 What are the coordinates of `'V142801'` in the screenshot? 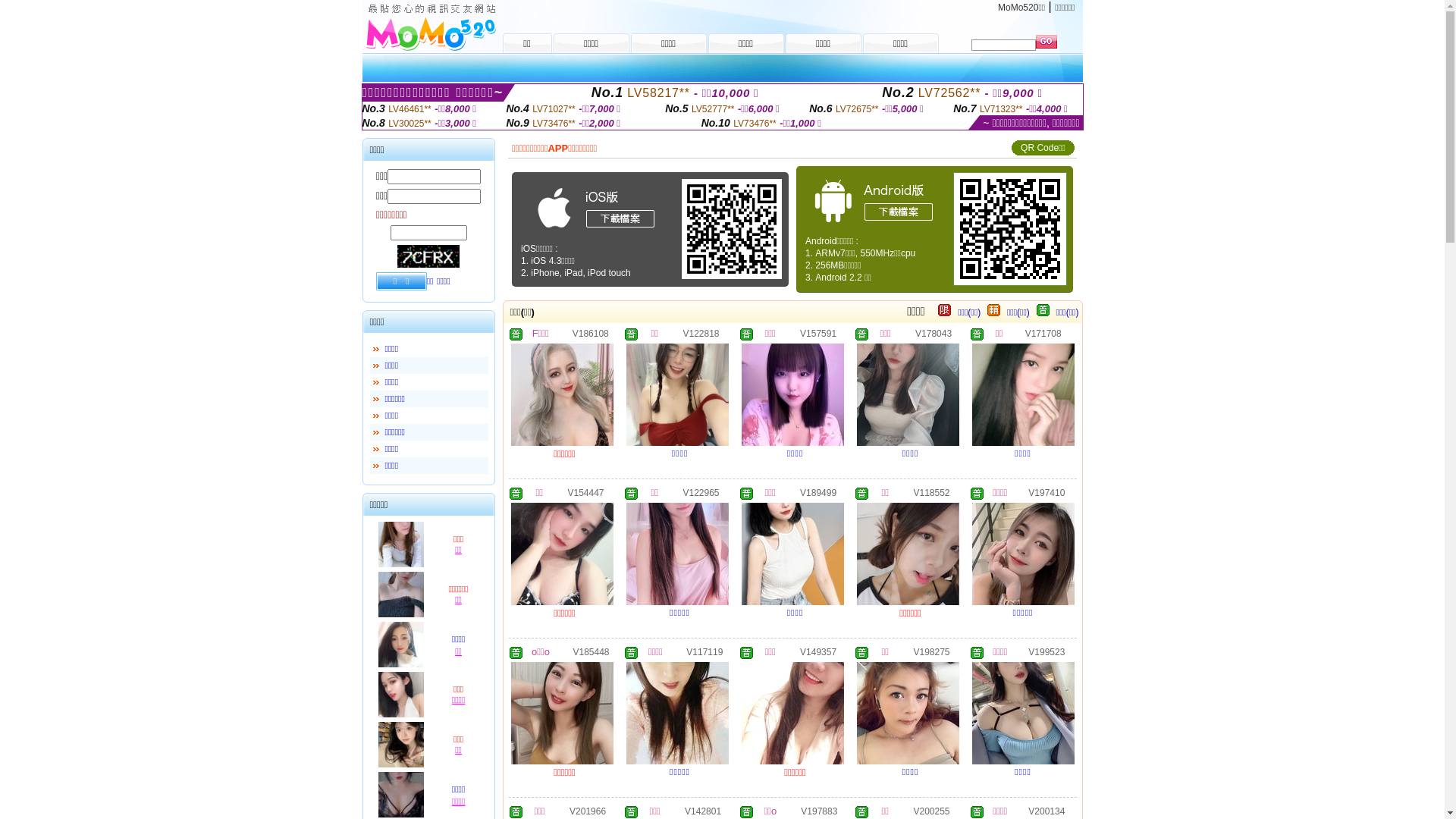 It's located at (701, 809).